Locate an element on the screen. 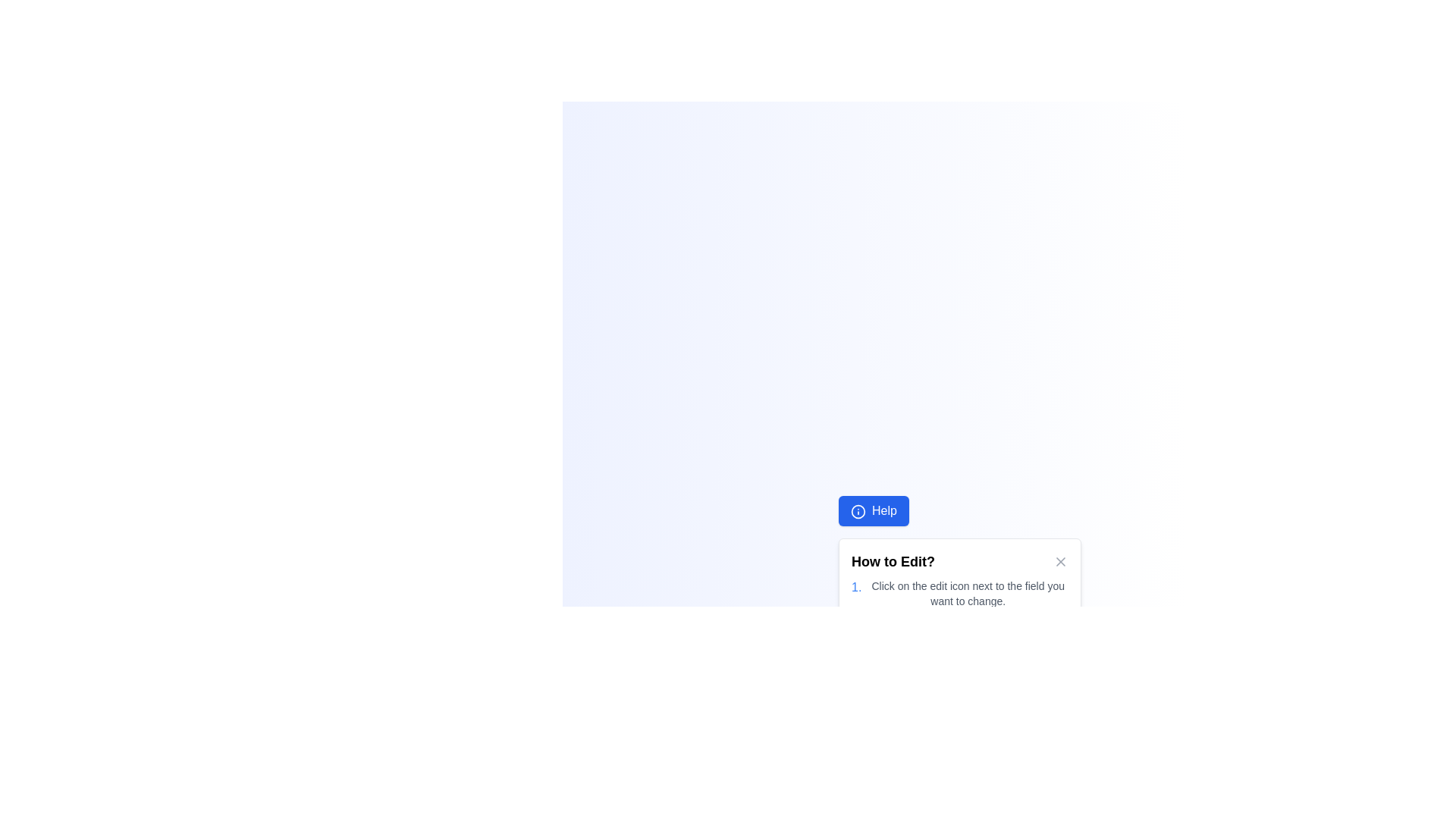  the circular informational icon with a white outline located within the blue 'Help' button near the bottom-right corner of the interface is located at coordinates (858, 511).